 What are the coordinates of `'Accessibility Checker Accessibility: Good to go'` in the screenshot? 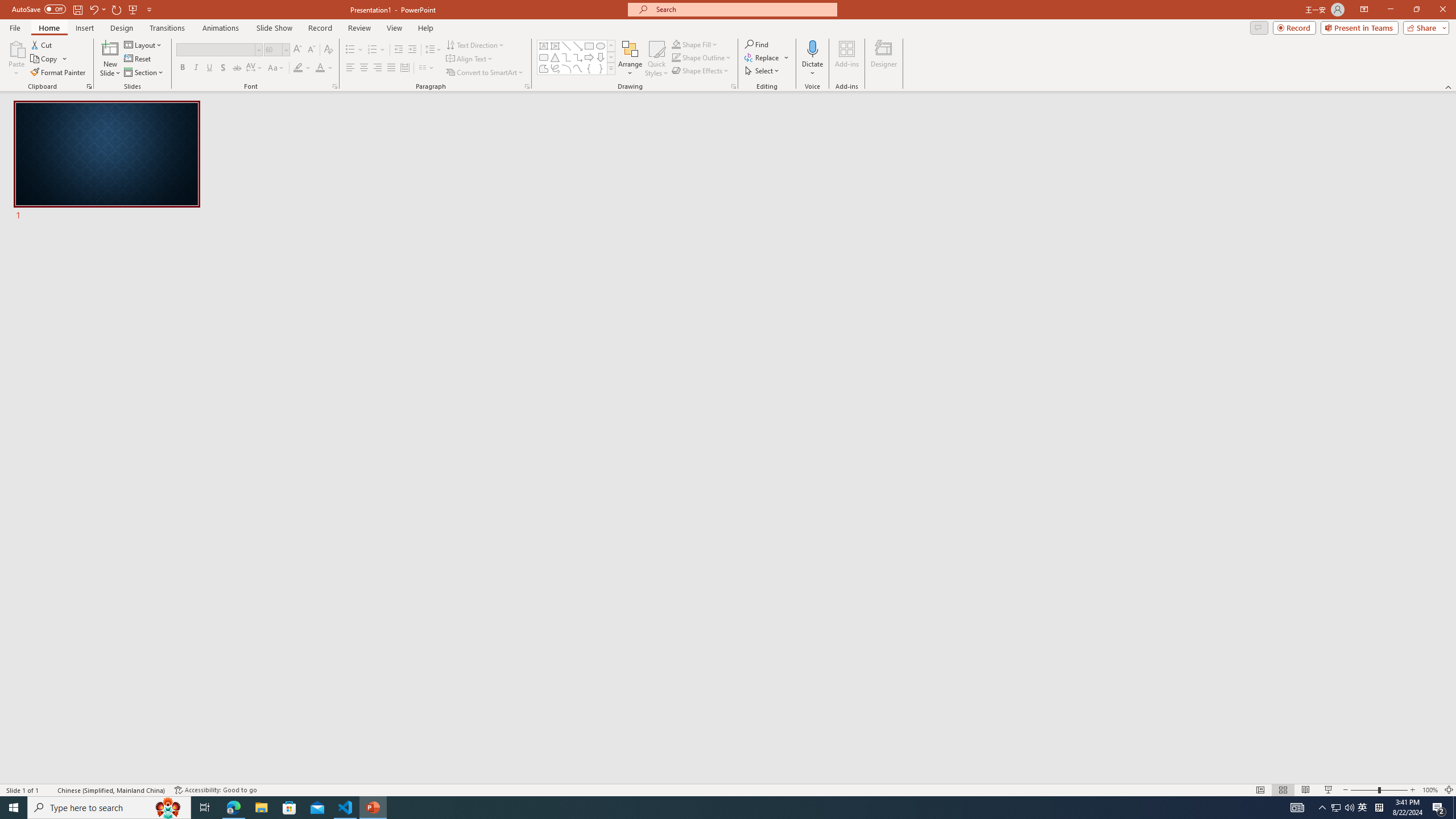 It's located at (216, 790).